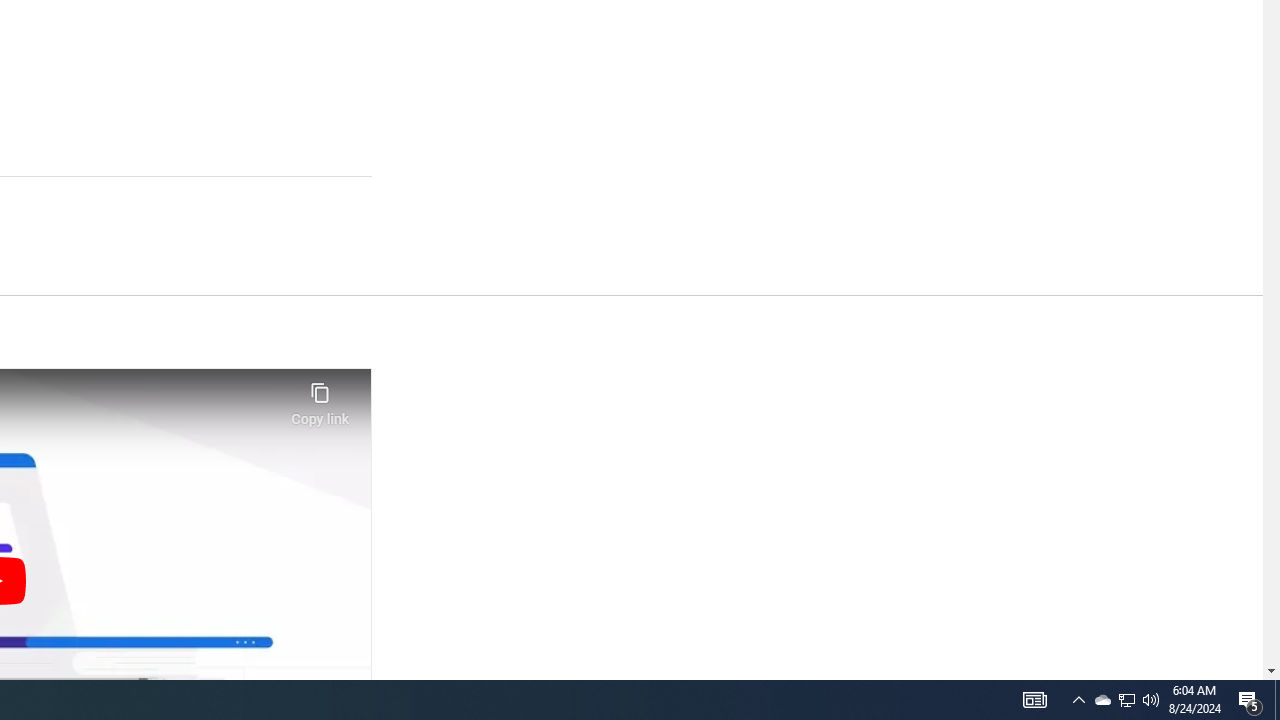 Image resolution: width=1280 pixels, height=720 pixels. What do you see at coordinates (320, 398) in the screenshot?
I see `'Copy link'` at bounding box center [320, 398].